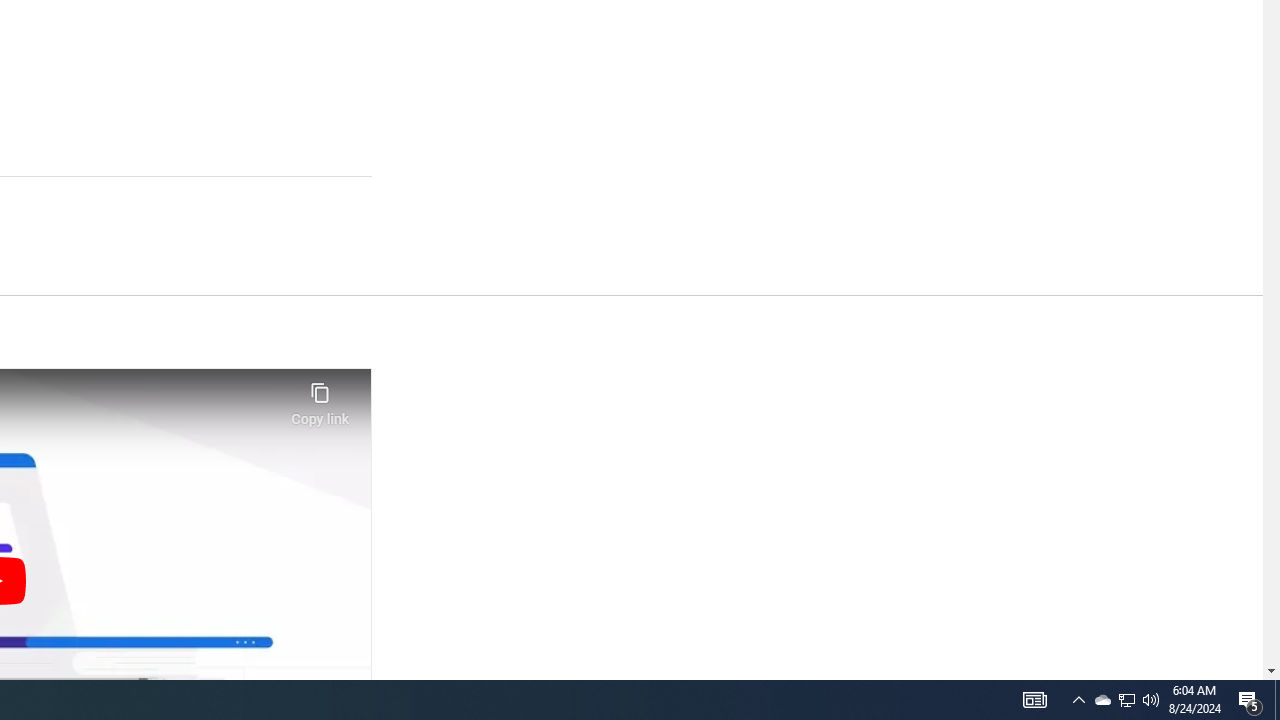 Image resolution: width=1280 pixels, height=720 pixels. What do you see at coordinates (320, 398) in the screenshot?
I see `'Copy link'` at bounding box center [320, 398].